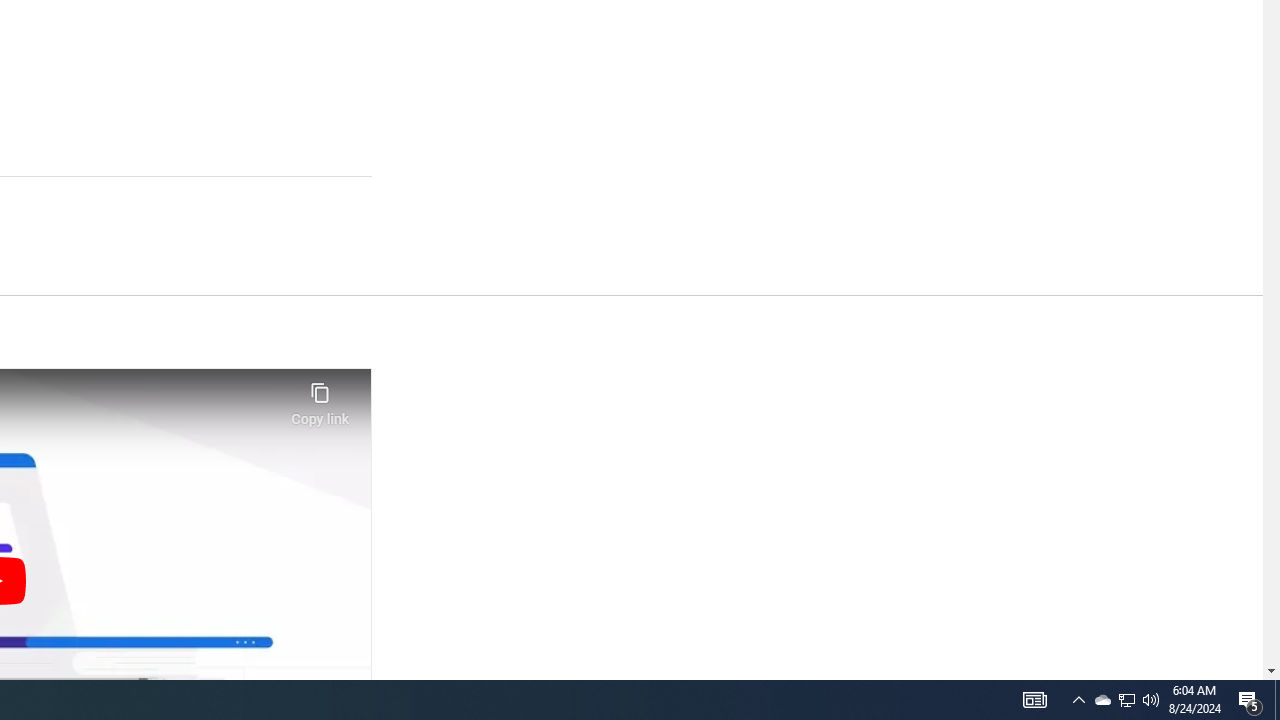 Image resolution: width=1280 pixels, height=720 pixels. What do you see at coordinates (320, 398) in the screenshot?
I see `'Copy link'` at bounding box center [320, 398].